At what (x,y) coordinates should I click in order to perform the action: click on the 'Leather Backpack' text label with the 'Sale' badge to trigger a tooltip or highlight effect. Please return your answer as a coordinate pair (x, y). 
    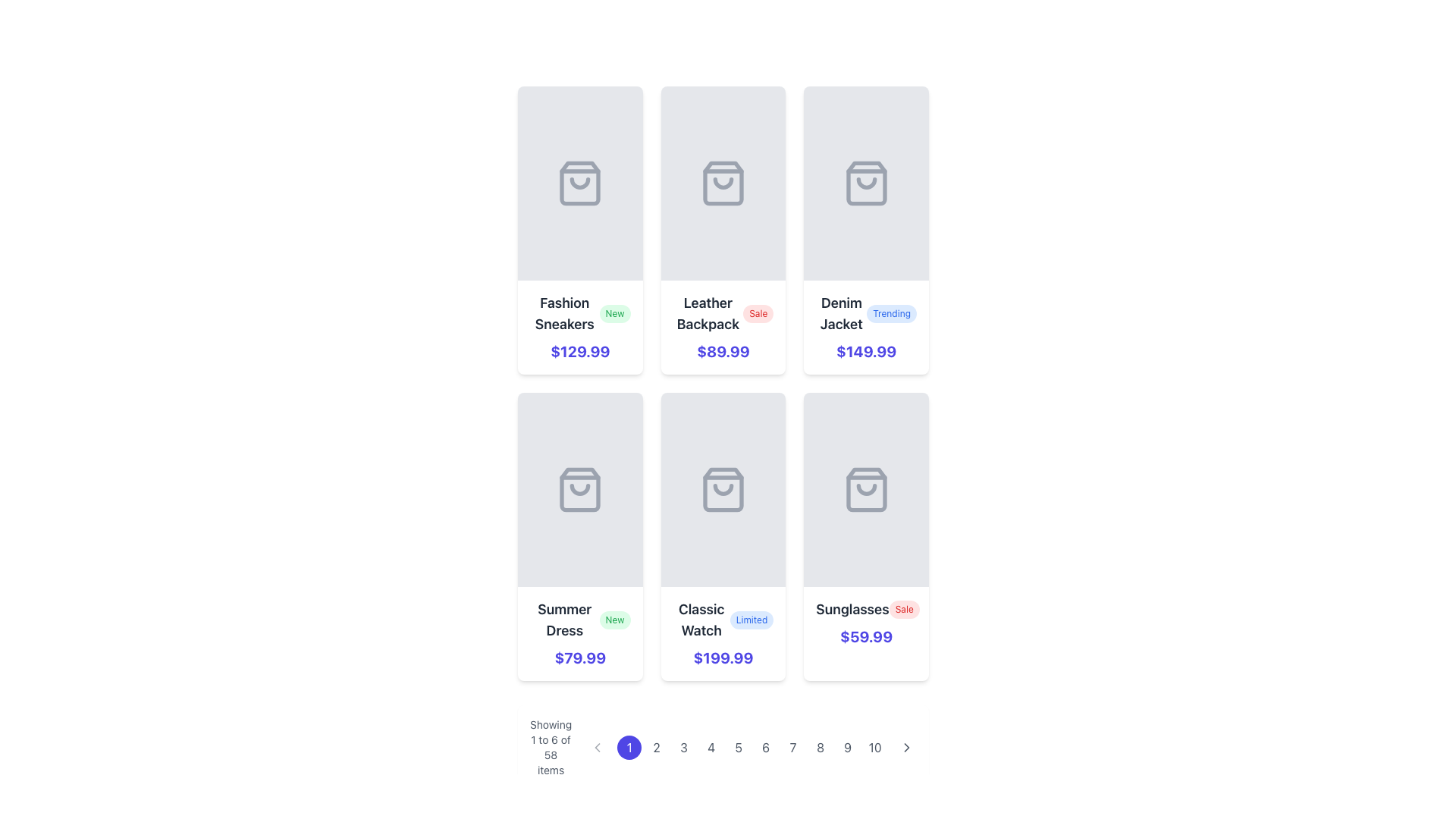
    Looking at the image, I should click on (723, 312).